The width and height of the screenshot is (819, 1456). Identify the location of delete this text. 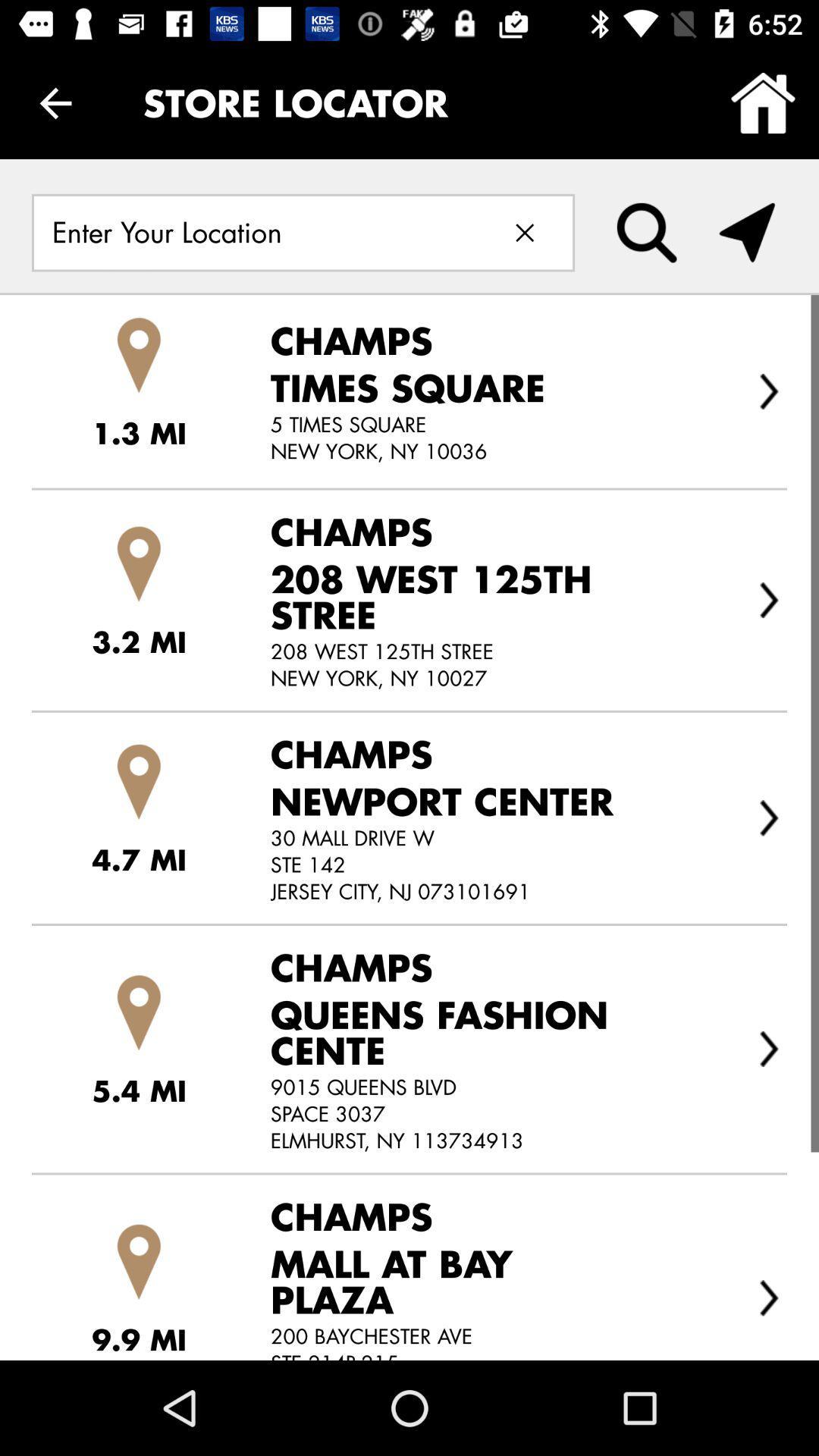
(524, 232).